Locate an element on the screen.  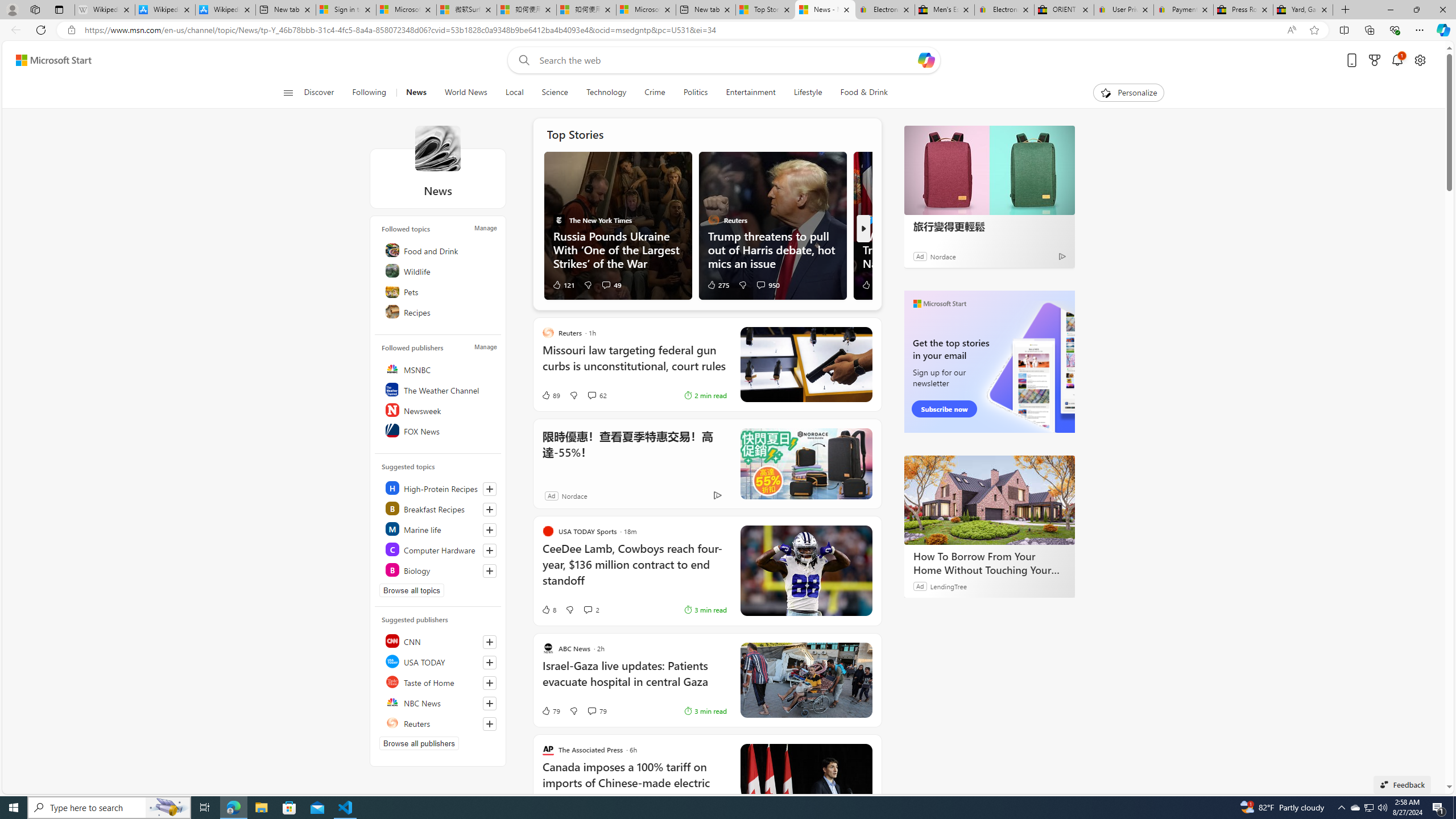
'View comments 950 Comment' is located at coordinates (760, 284).